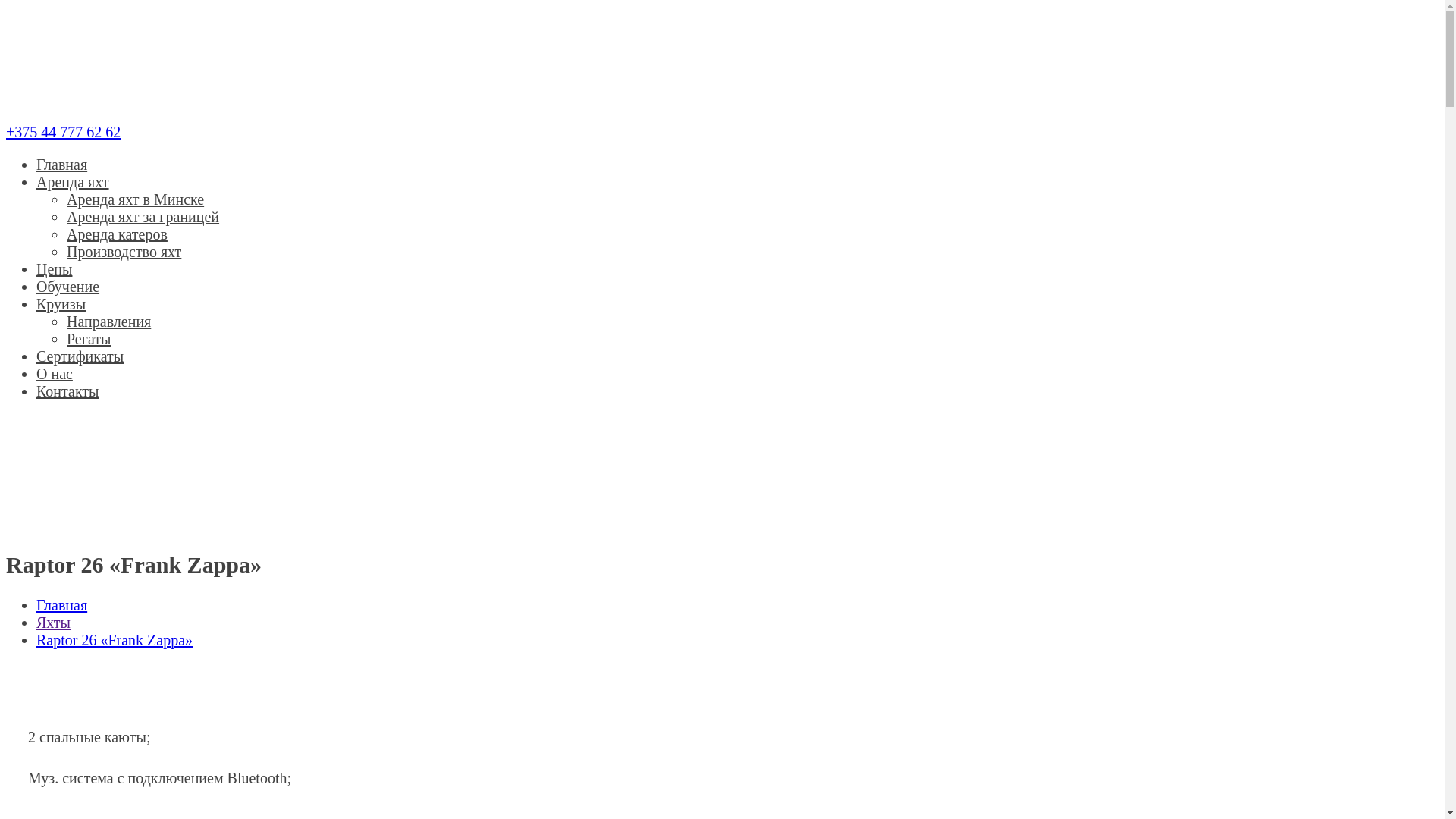  Describe the element at coordinates (62, 130) in the screenshot. I see `'+375 44 777 62 62'` at that location.